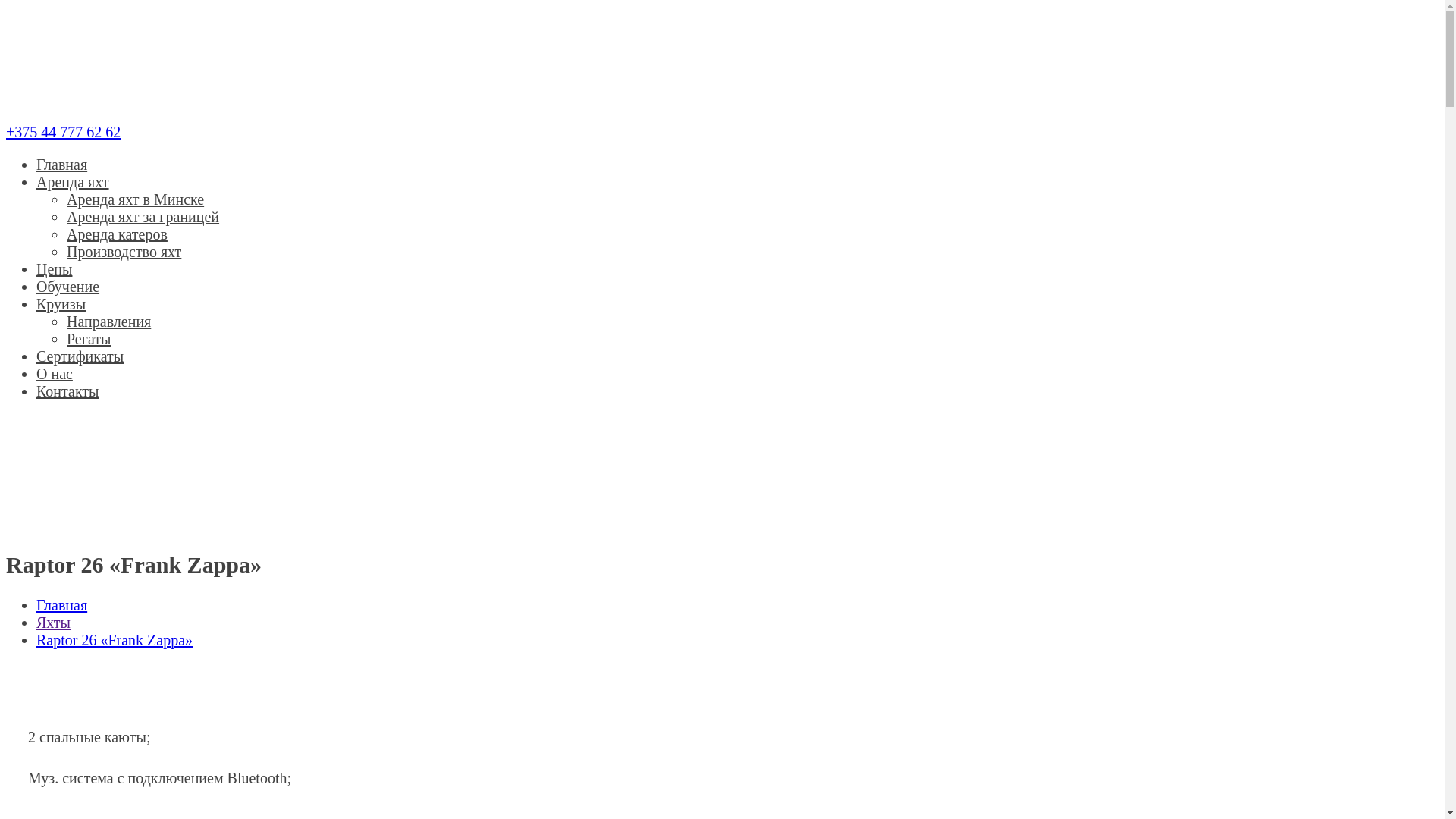  Describe the element at coordinates (62, 130) in the screenshot. I see `'+375 44 777 62 62'` at that location.